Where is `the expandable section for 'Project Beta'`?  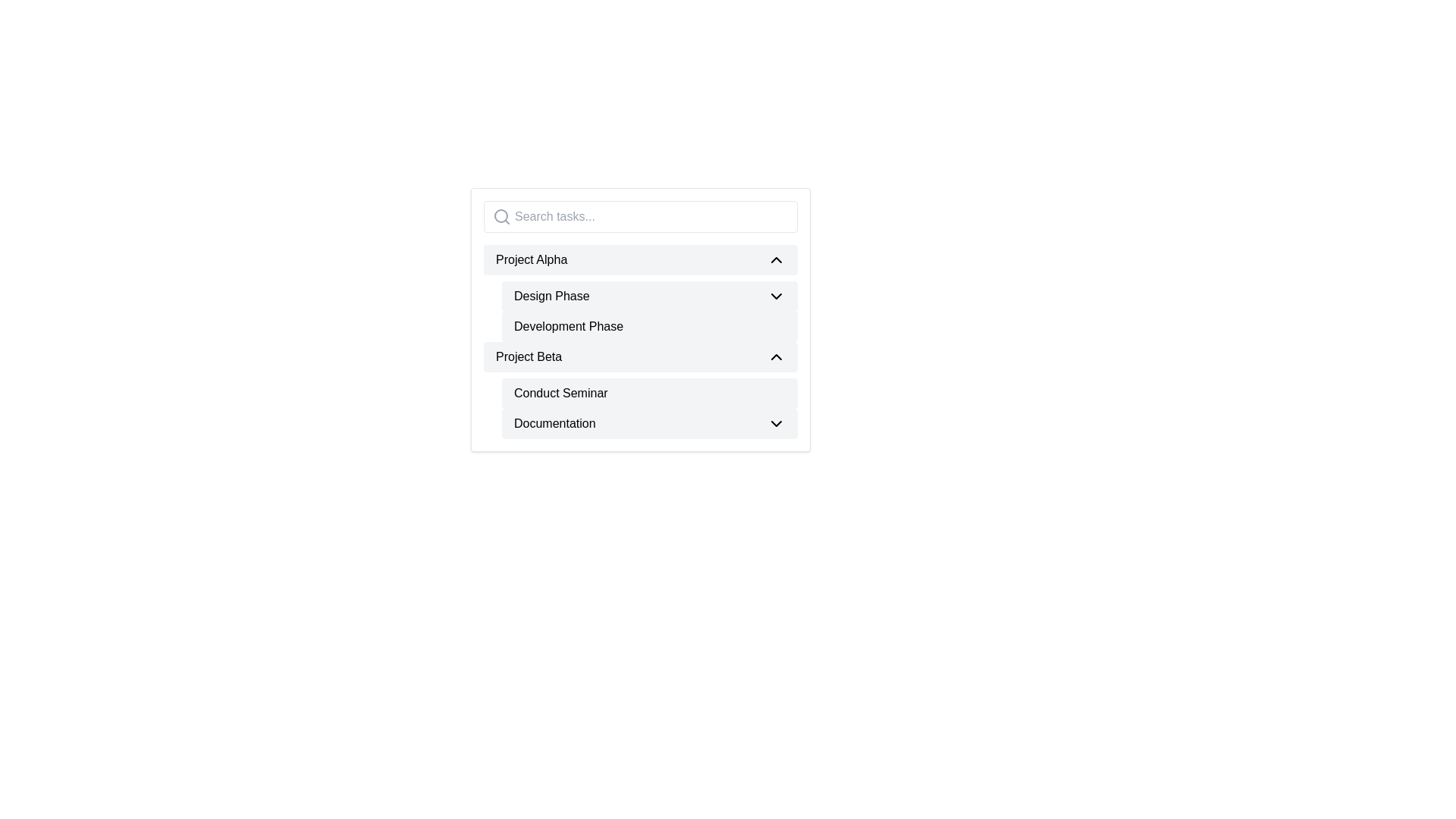 the expandable section for 'Project Beta' is located at coordinates (640, 390).